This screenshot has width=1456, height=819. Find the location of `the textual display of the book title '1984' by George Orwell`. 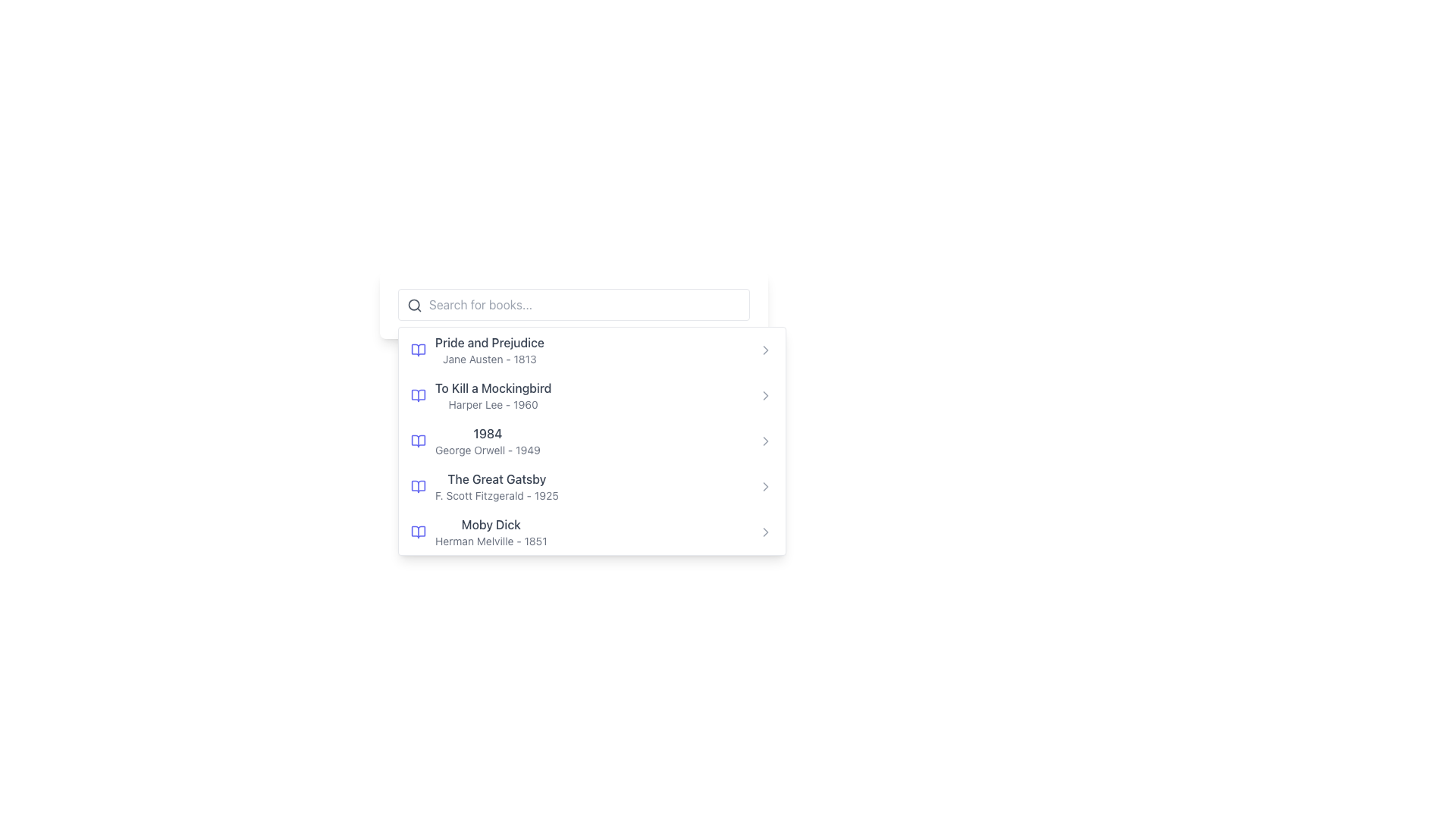

the textual display of the book title '1984' by George Orwell is located at coordinates (488, 441).